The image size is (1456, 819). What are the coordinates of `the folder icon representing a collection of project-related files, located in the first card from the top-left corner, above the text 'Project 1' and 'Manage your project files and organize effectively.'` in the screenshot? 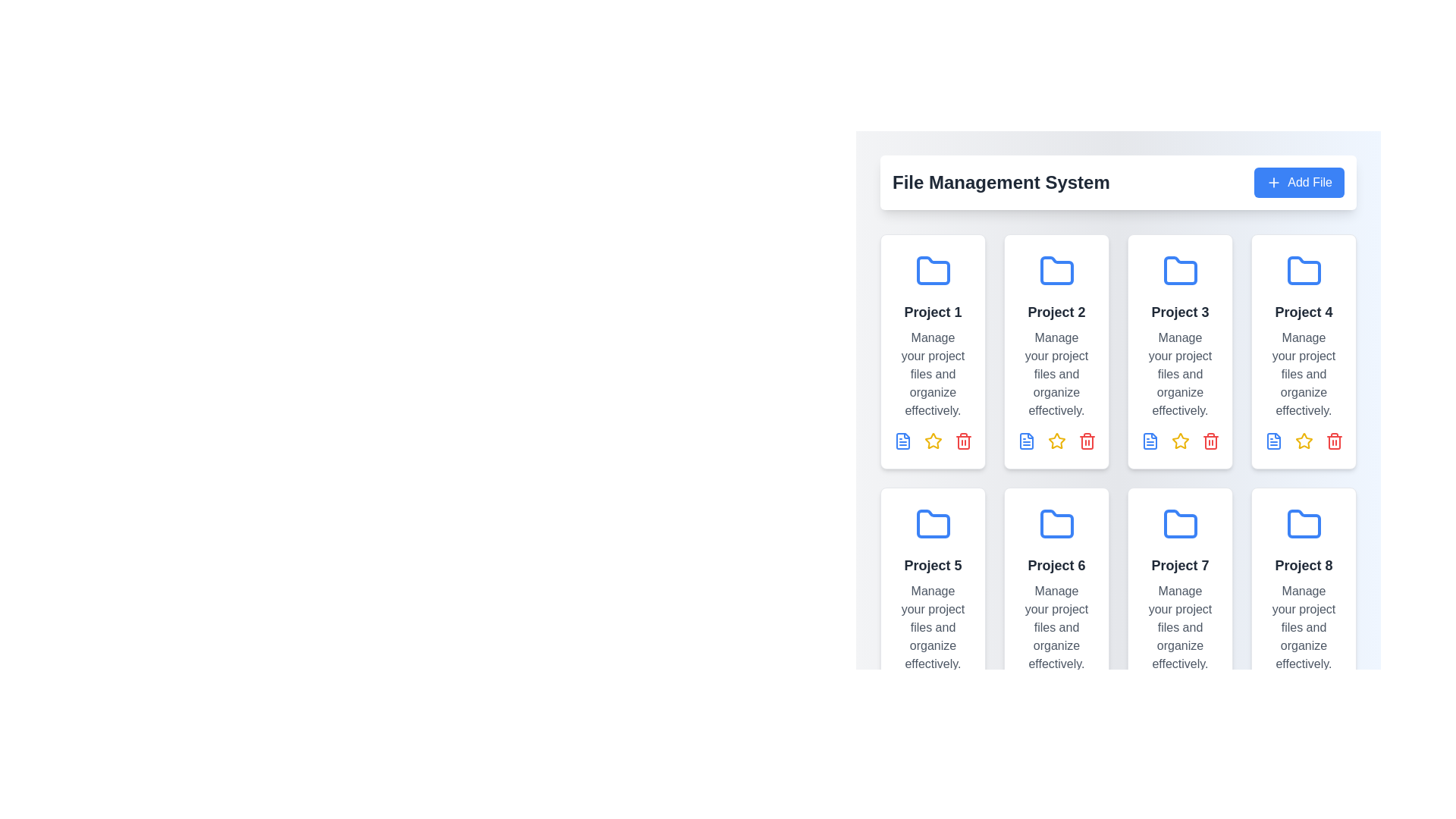 It's located at (932, 271).